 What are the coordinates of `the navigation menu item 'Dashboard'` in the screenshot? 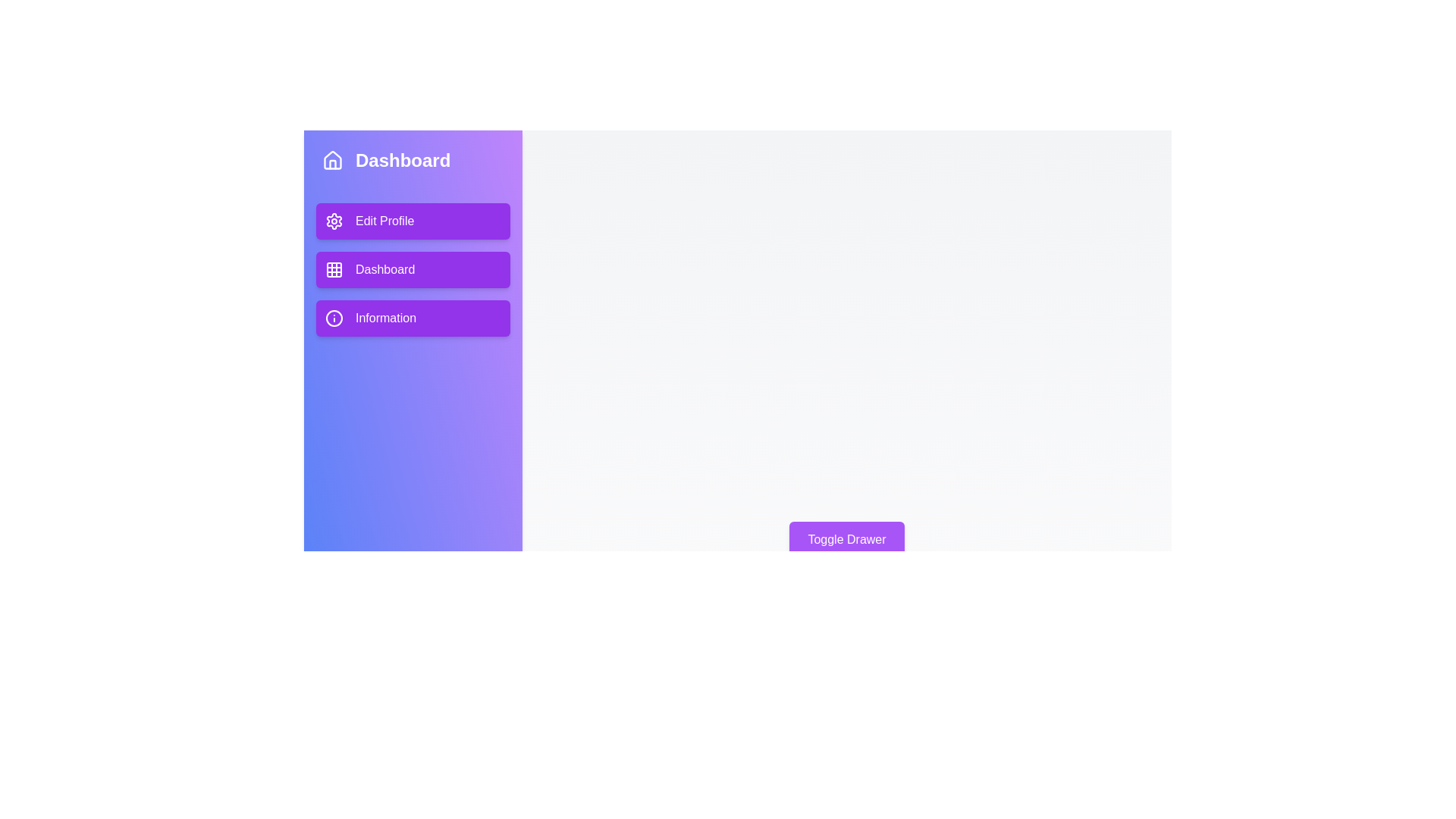 It's located at (413, 268).